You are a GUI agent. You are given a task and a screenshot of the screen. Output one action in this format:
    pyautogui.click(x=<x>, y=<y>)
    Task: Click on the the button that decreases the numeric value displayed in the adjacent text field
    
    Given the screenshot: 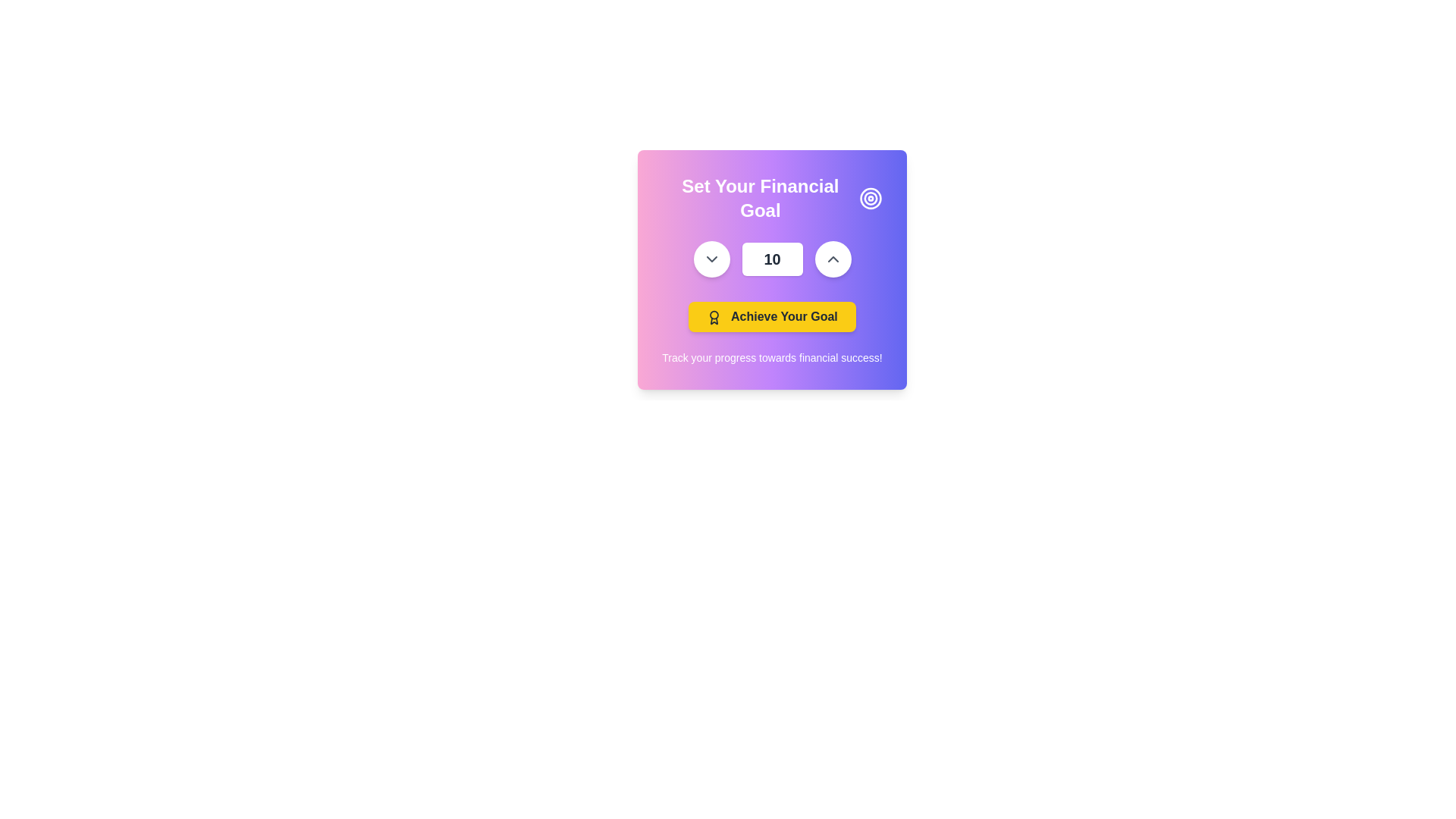 What is the action you would take?
    pyautogui.click(x=711, y=259)
    